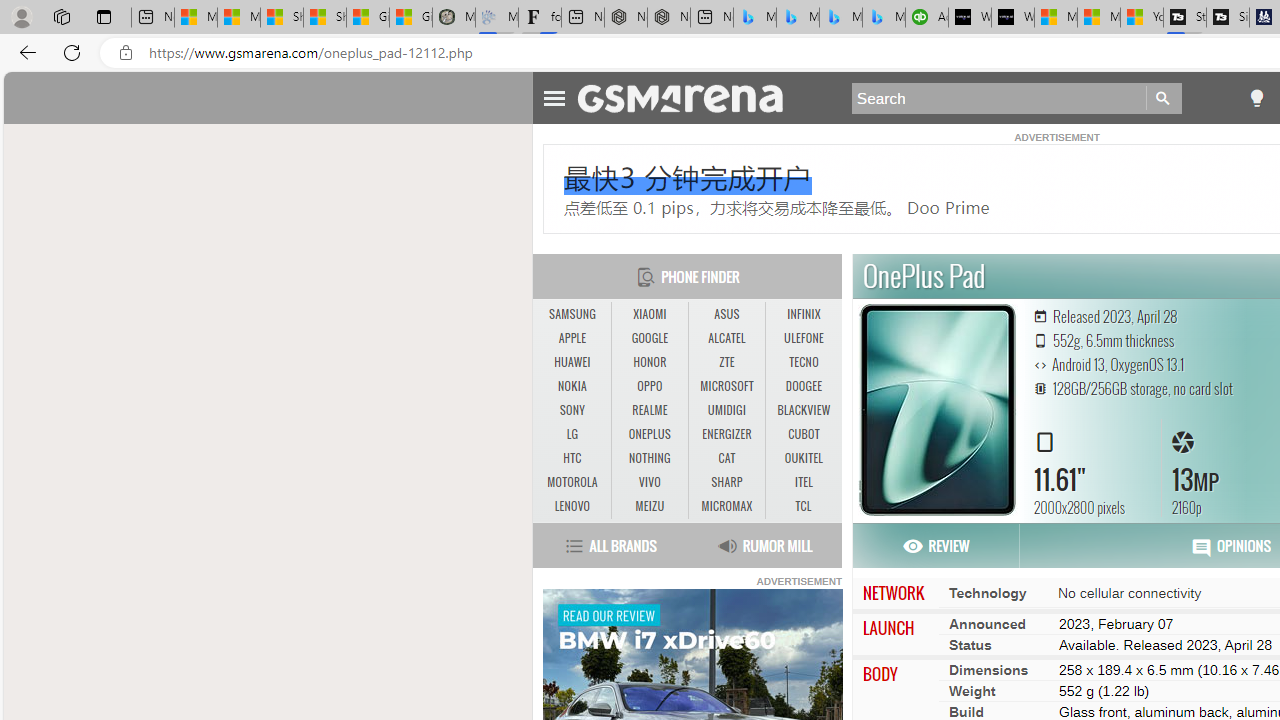 Image resolution: width=1280 pixels, height=720 pixels. What do you see at coordinates (571, 505) in the screenshot?
I see `'LENOVO'` at bounding box center [571, 505].